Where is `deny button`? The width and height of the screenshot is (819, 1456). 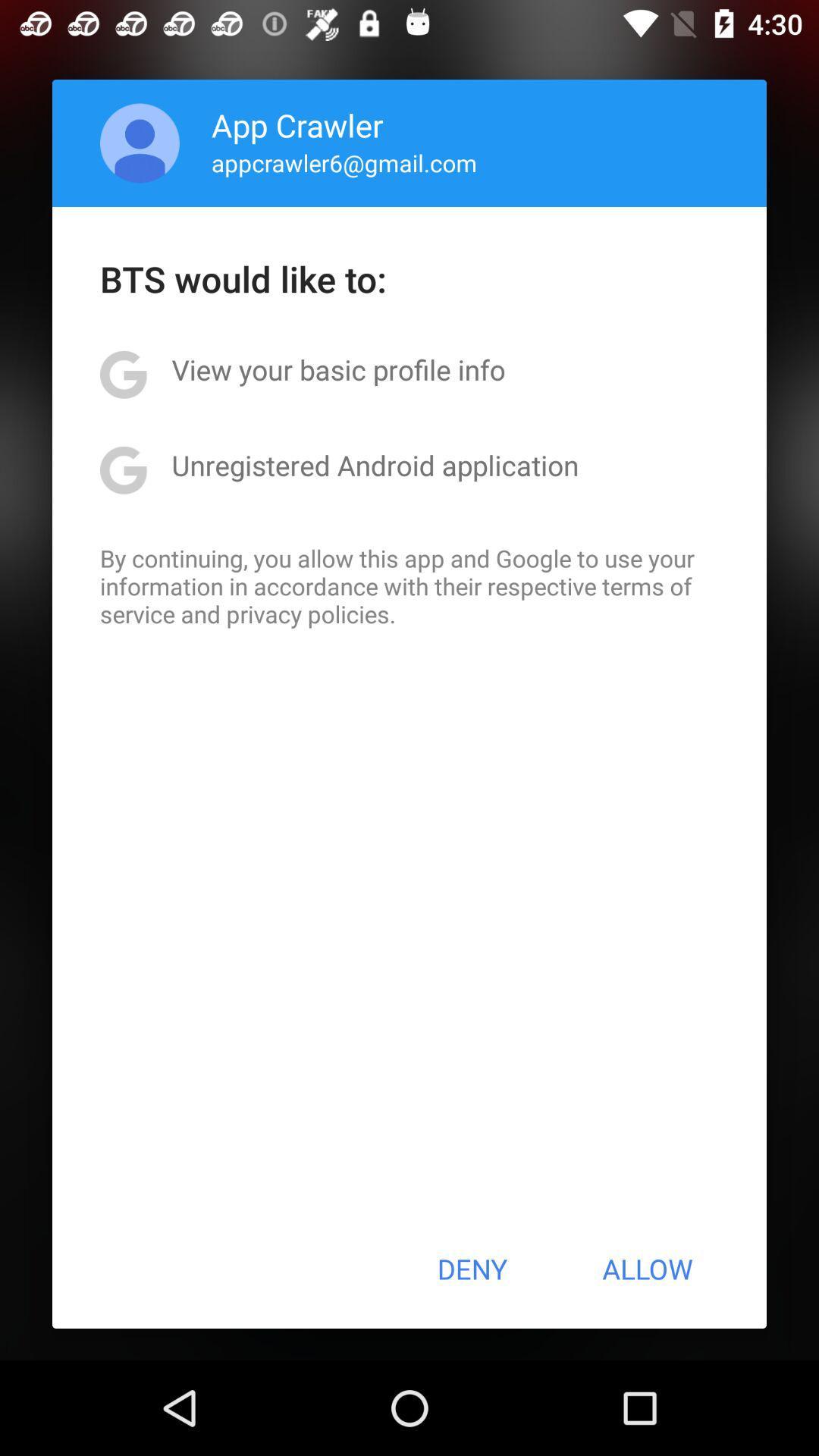
deny button is located at coordinates (471, 1269).